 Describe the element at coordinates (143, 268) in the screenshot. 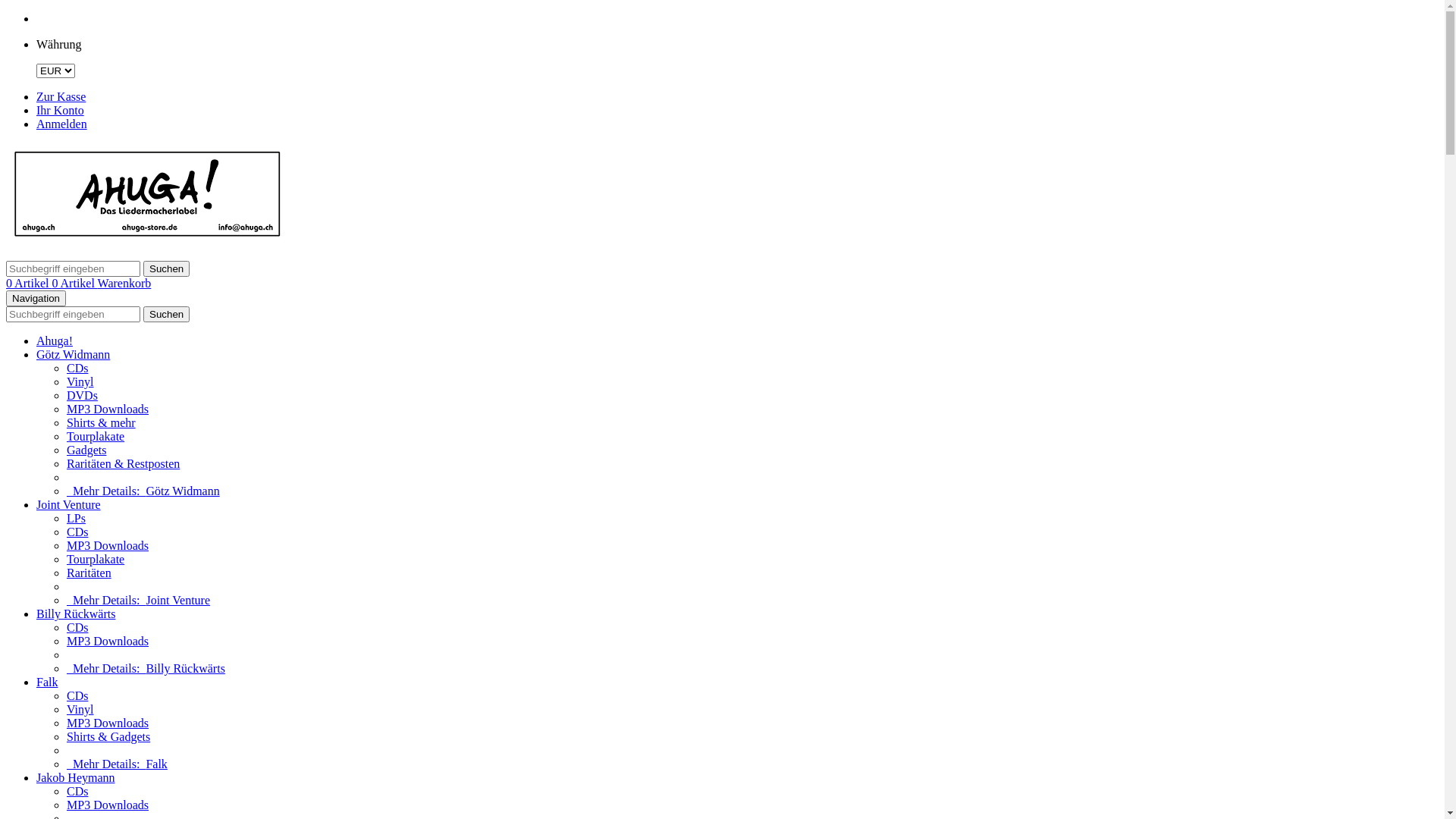

I see `'Suchen'` at that location.